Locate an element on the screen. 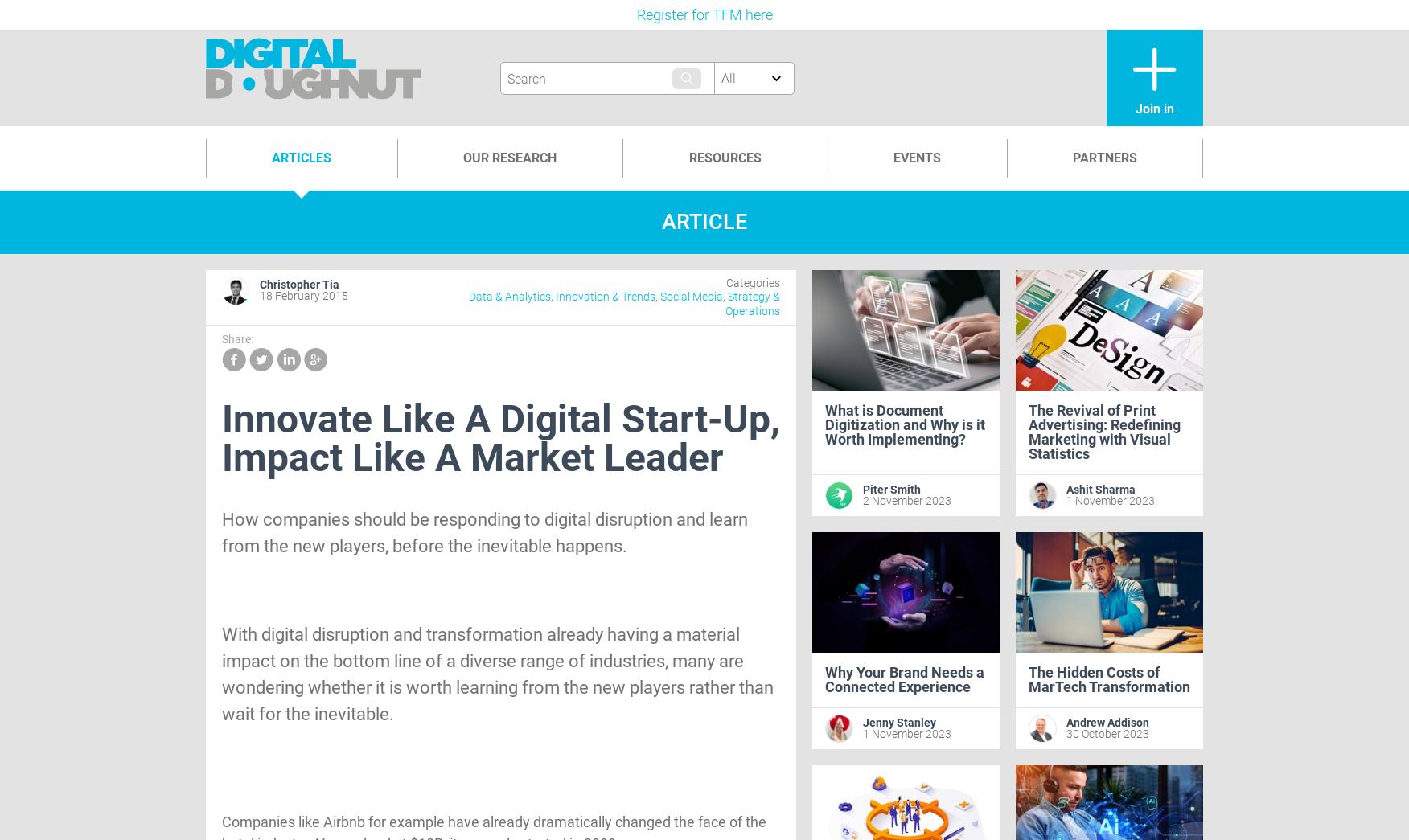  '18 February 2015' is located at coordinates (260, 295).